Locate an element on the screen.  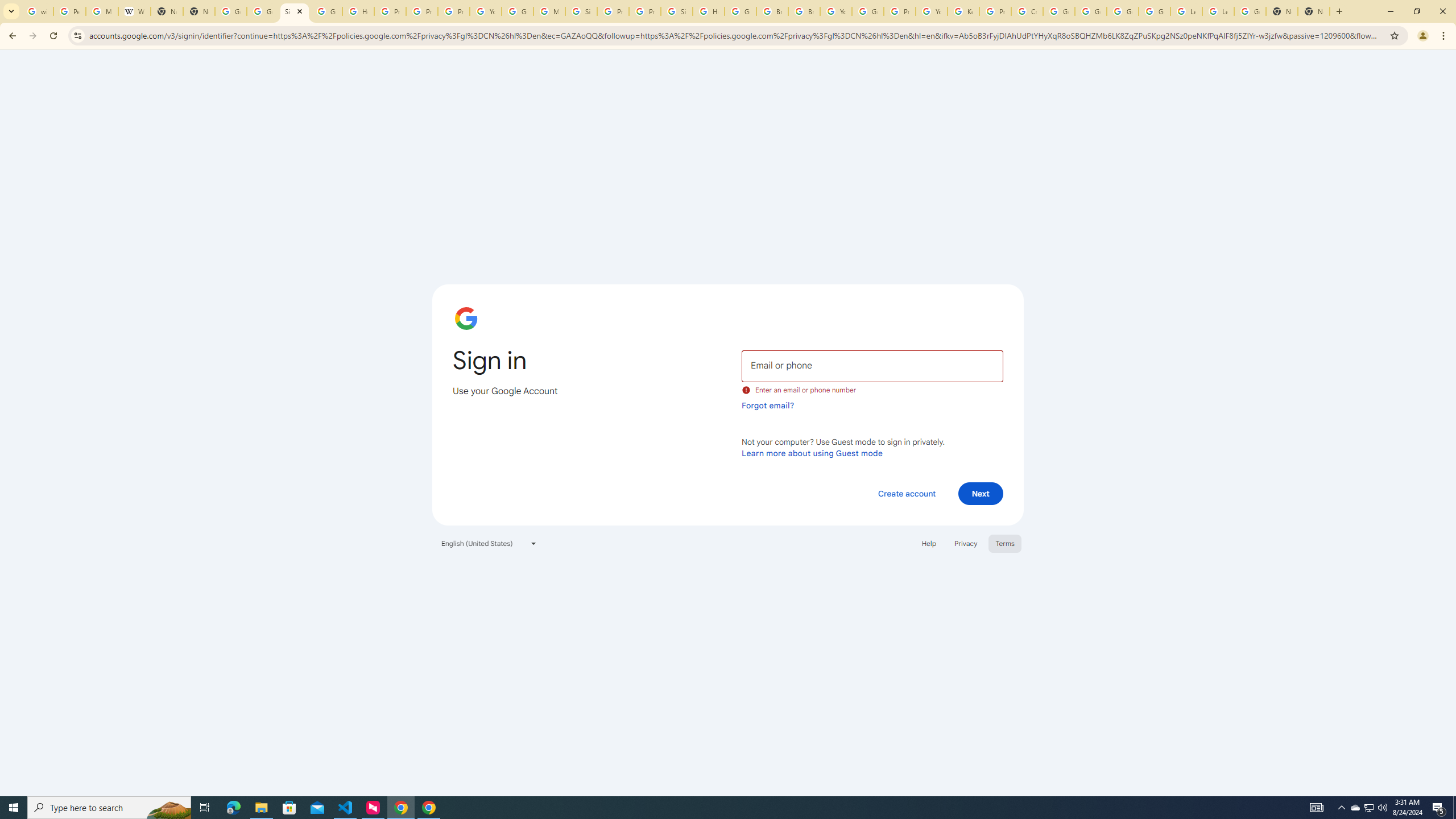
'Personalization & Google Search results - Google Search Help' is located at coordinates (69, 11).